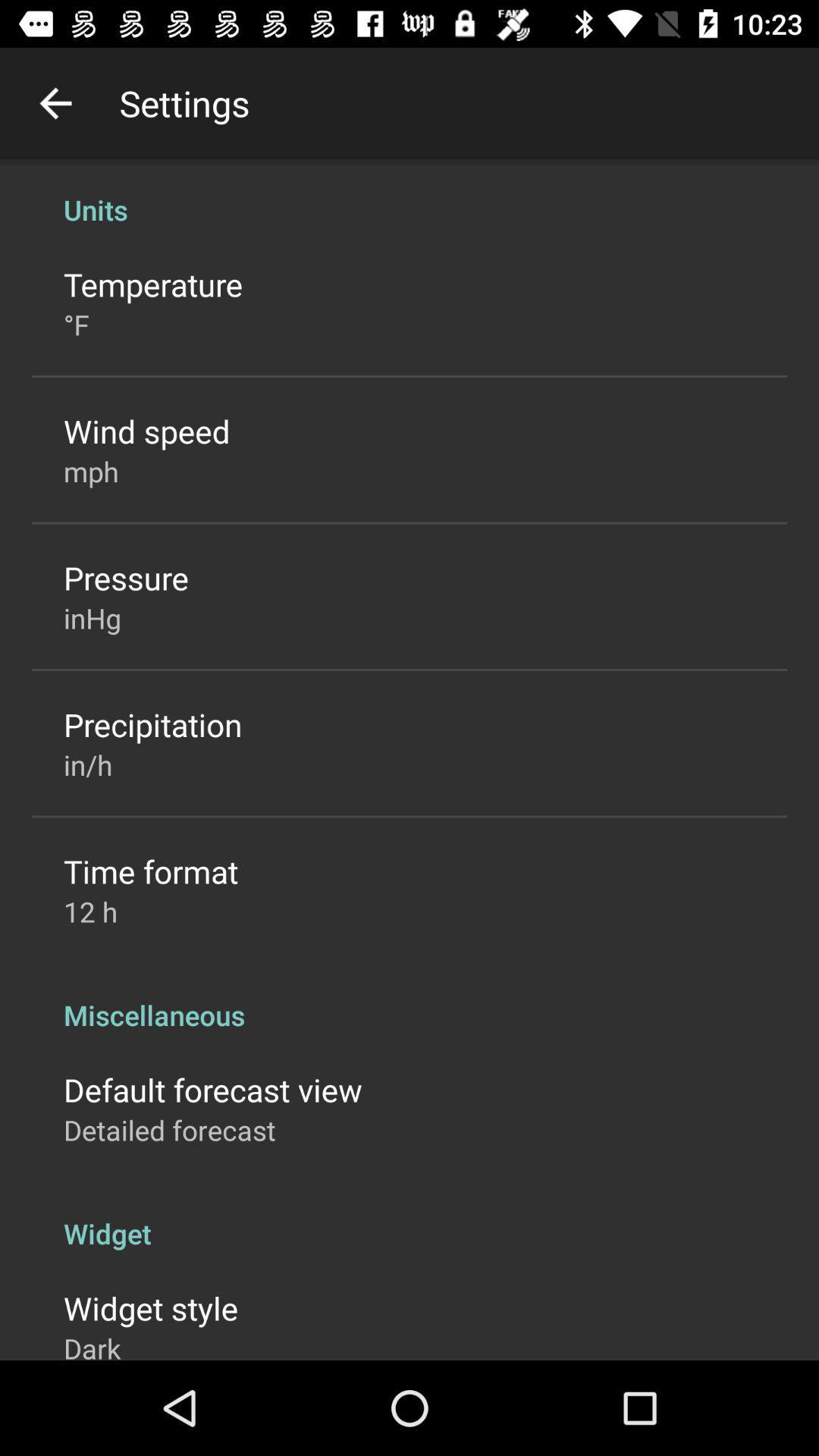 The width and height of the screenshot is (819, 1456). Describe the element at coordinates (92, 618) in the screenshot. I see `item below pressure item` at that location.